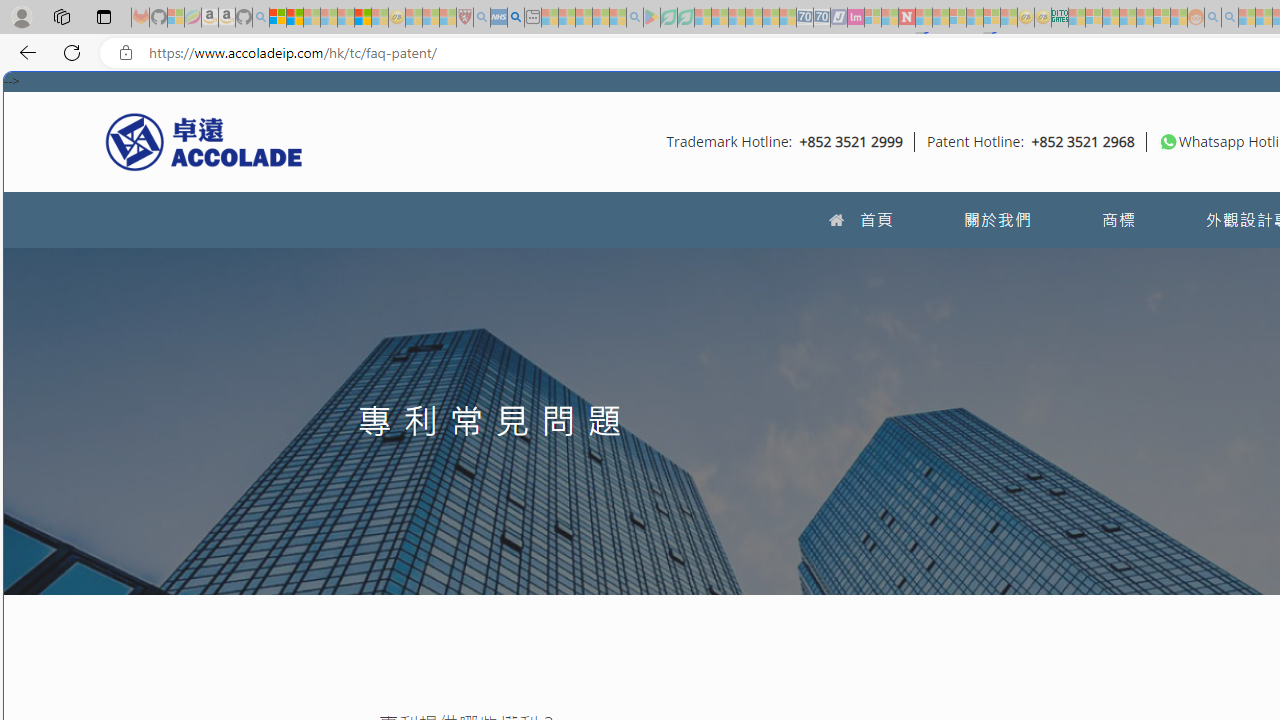 This screenshot has height=720, width=1280. I want to click on 'google - Search - Sleeping', so click(633, 17).